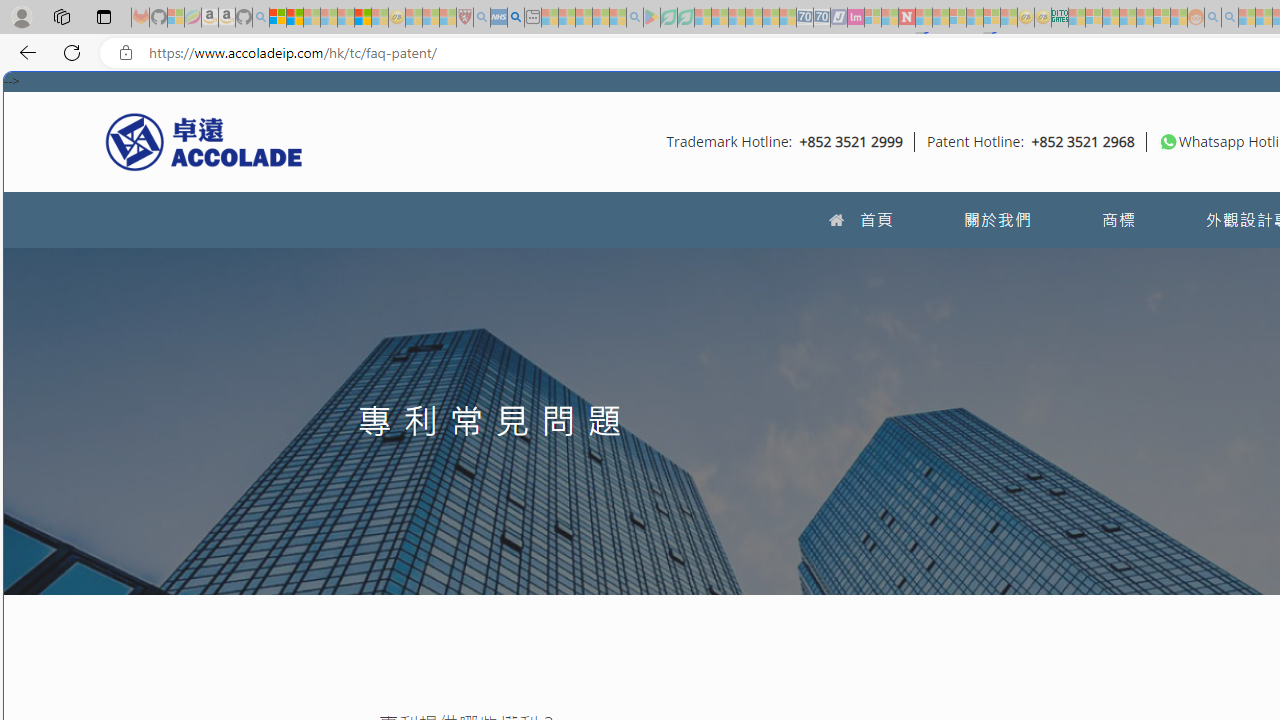 This screenshot has height=720, width=1280. I want to click on 'google - Search - Sleeping', so click(633, 17).